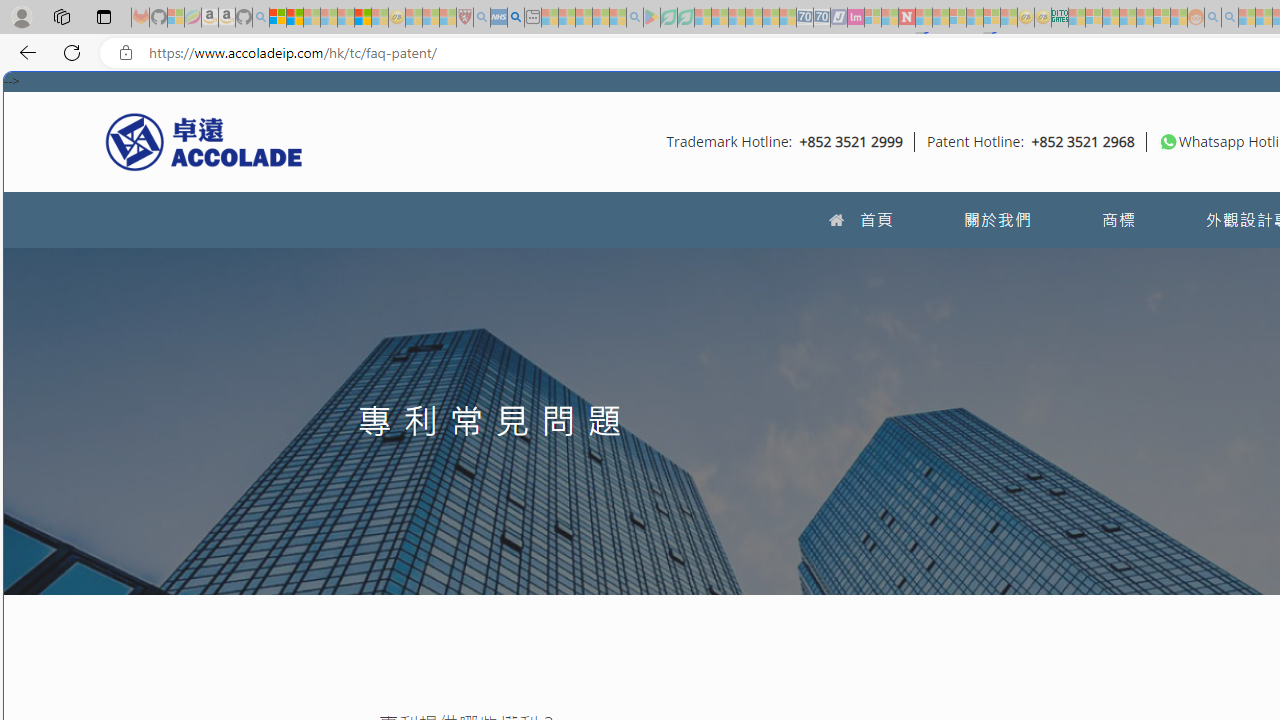 This screenshot has height=720, width=1280. I want to click on 'google - Search - Sleeping', so click(633, 17).